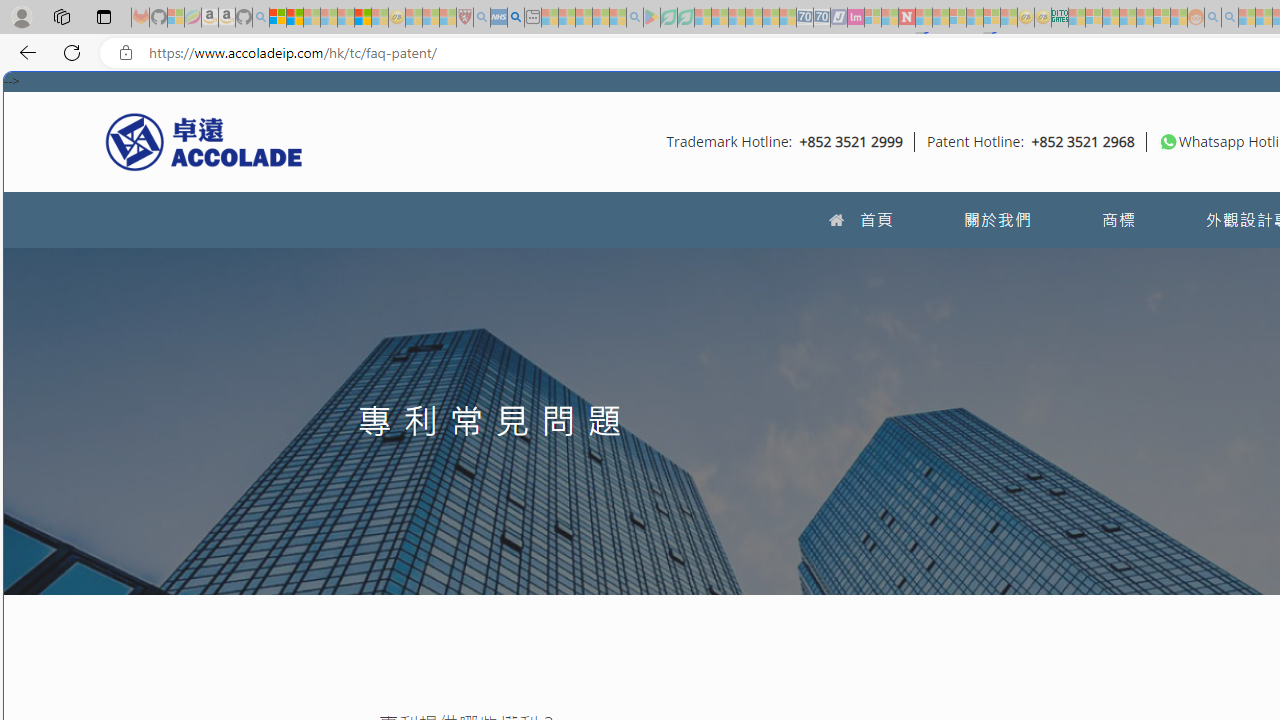 This screenshot has height=720, width=1280. I want to click on 'google - Search - Sleeping', so click(633, 17).